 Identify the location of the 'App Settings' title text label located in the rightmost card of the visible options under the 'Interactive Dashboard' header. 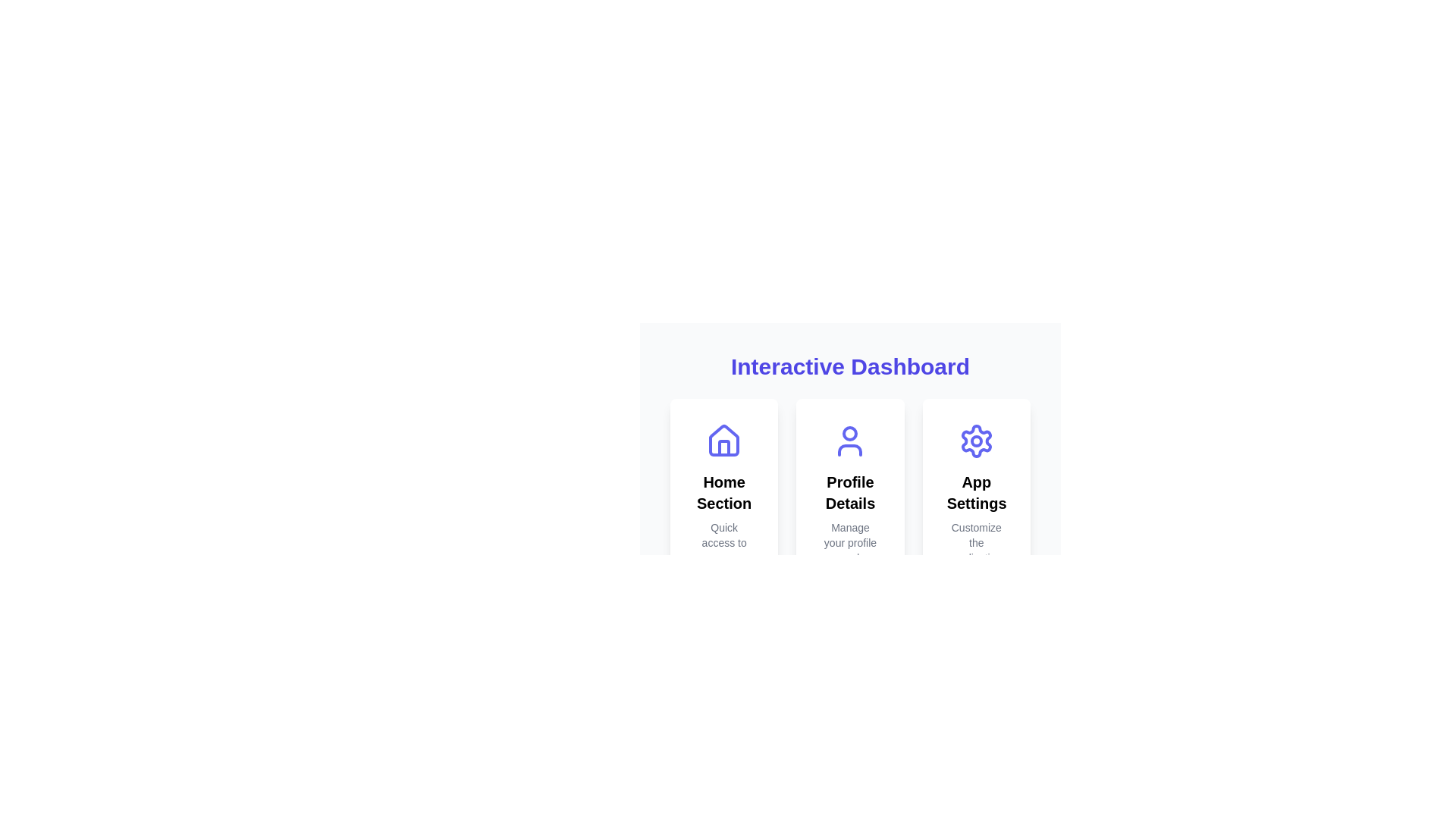
(976, 493).